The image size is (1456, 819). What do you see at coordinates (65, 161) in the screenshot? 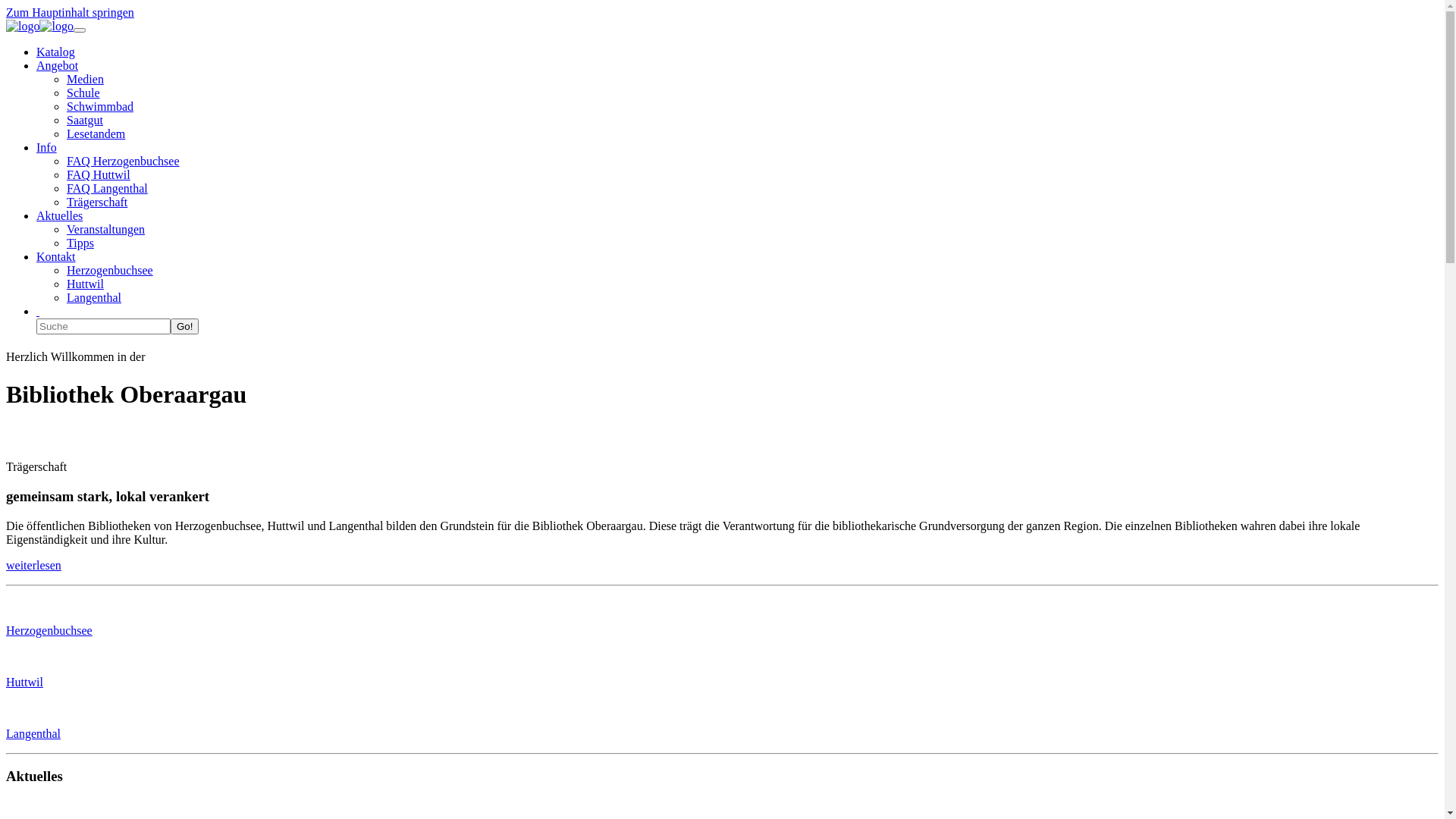
I see `'FAQ Herzogenbuchsee'` at bounding box center [65, 161].